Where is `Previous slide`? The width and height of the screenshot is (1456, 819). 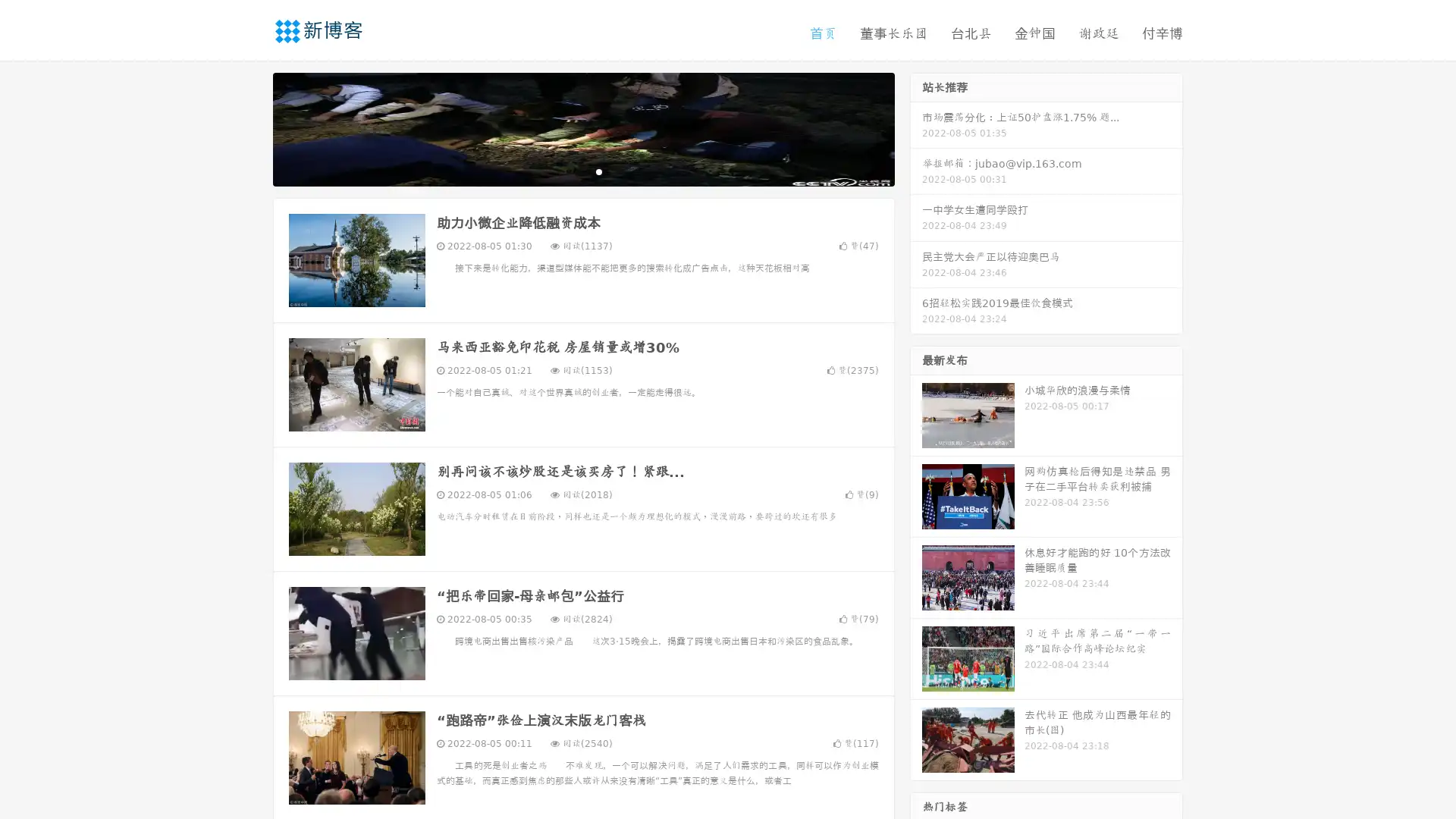 Previous slide is located at coordinates (250, 127).